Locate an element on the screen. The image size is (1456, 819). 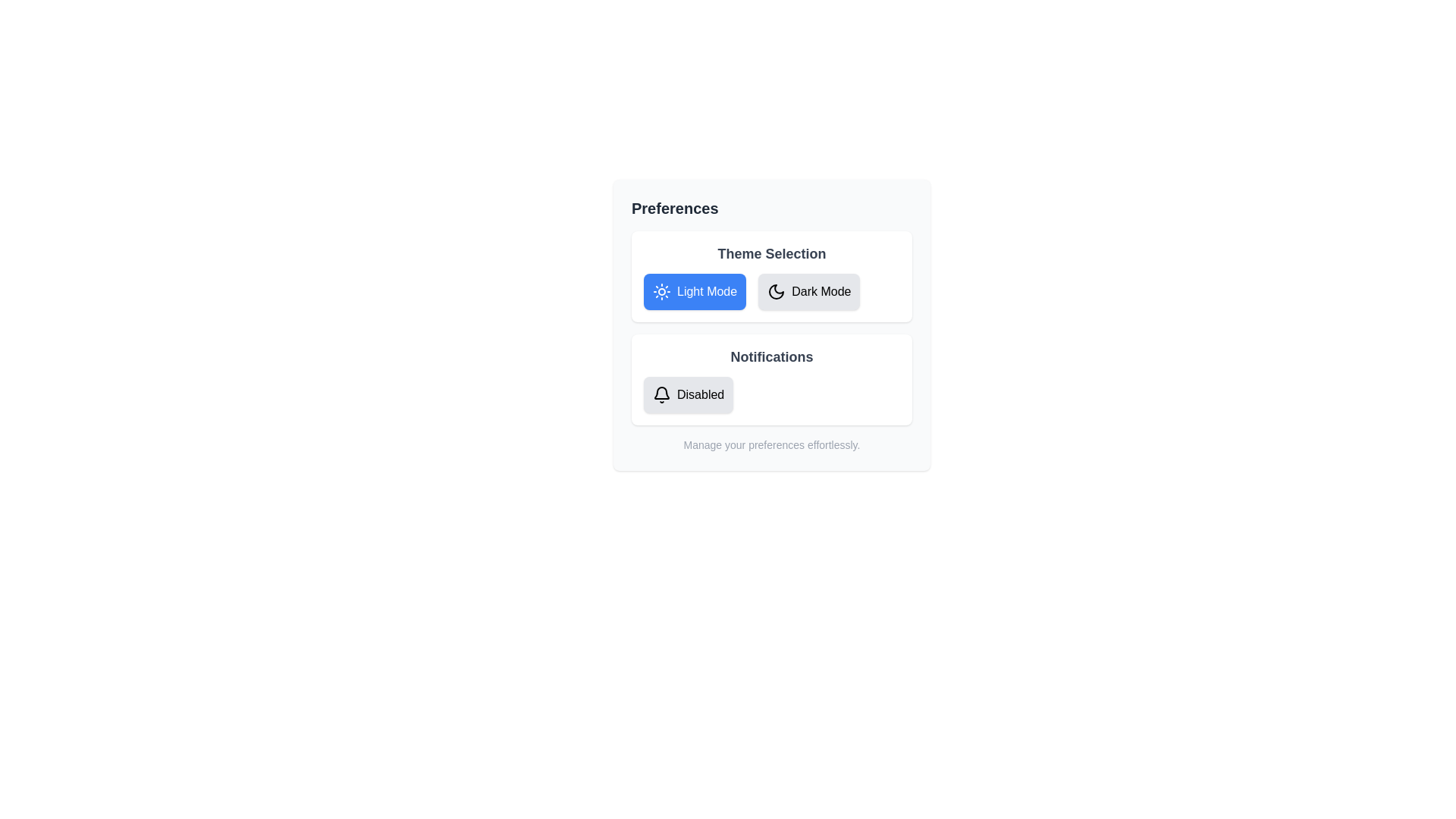
the Text label that provides instructions related to the preferences functionality, located at the center-bottom of the 'Preferences' section below the 'Notifications' panel is located at coordinates (771, 444).